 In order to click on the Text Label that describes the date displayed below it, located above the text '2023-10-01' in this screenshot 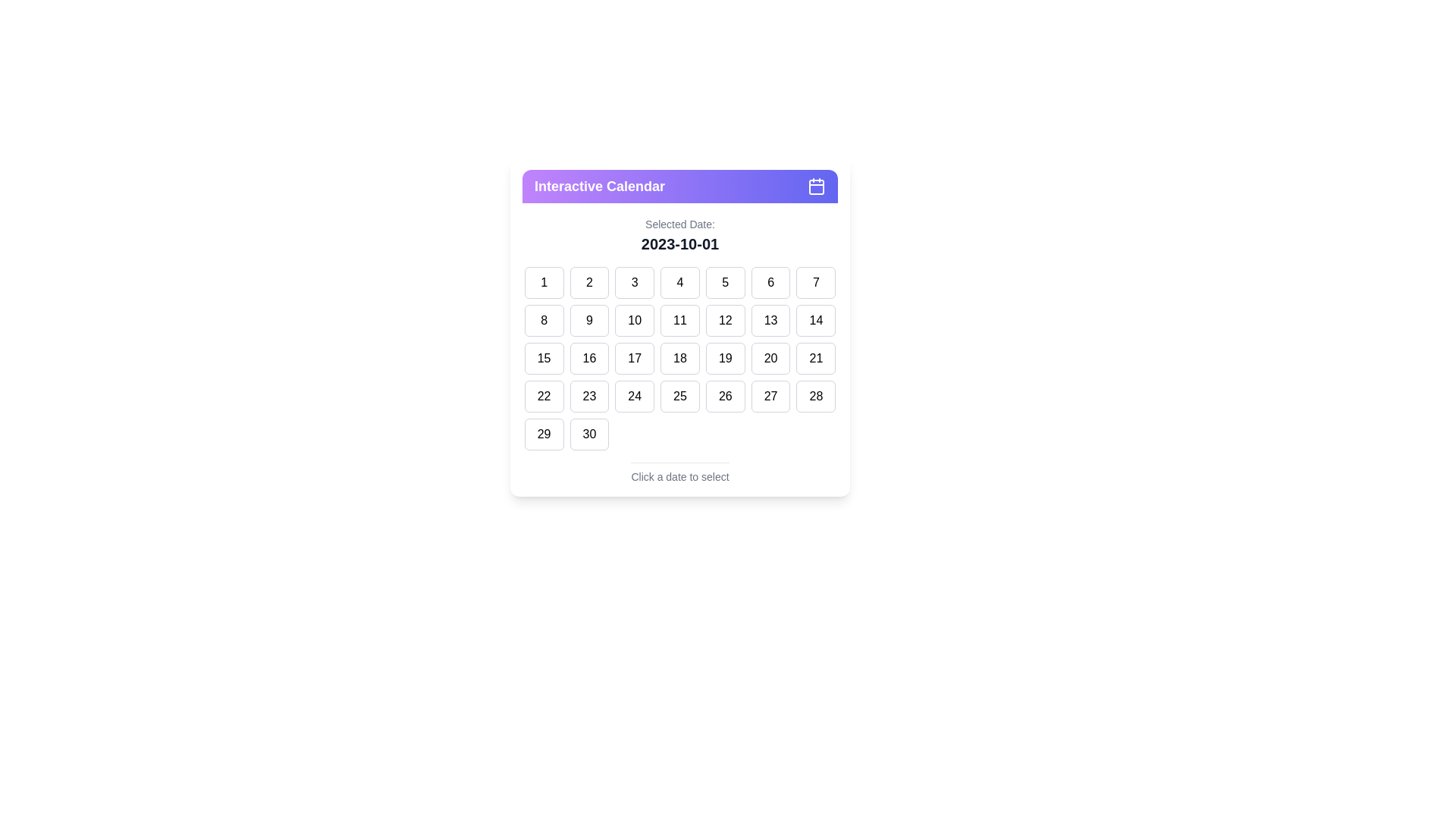, I will do `click(679, 224)`.